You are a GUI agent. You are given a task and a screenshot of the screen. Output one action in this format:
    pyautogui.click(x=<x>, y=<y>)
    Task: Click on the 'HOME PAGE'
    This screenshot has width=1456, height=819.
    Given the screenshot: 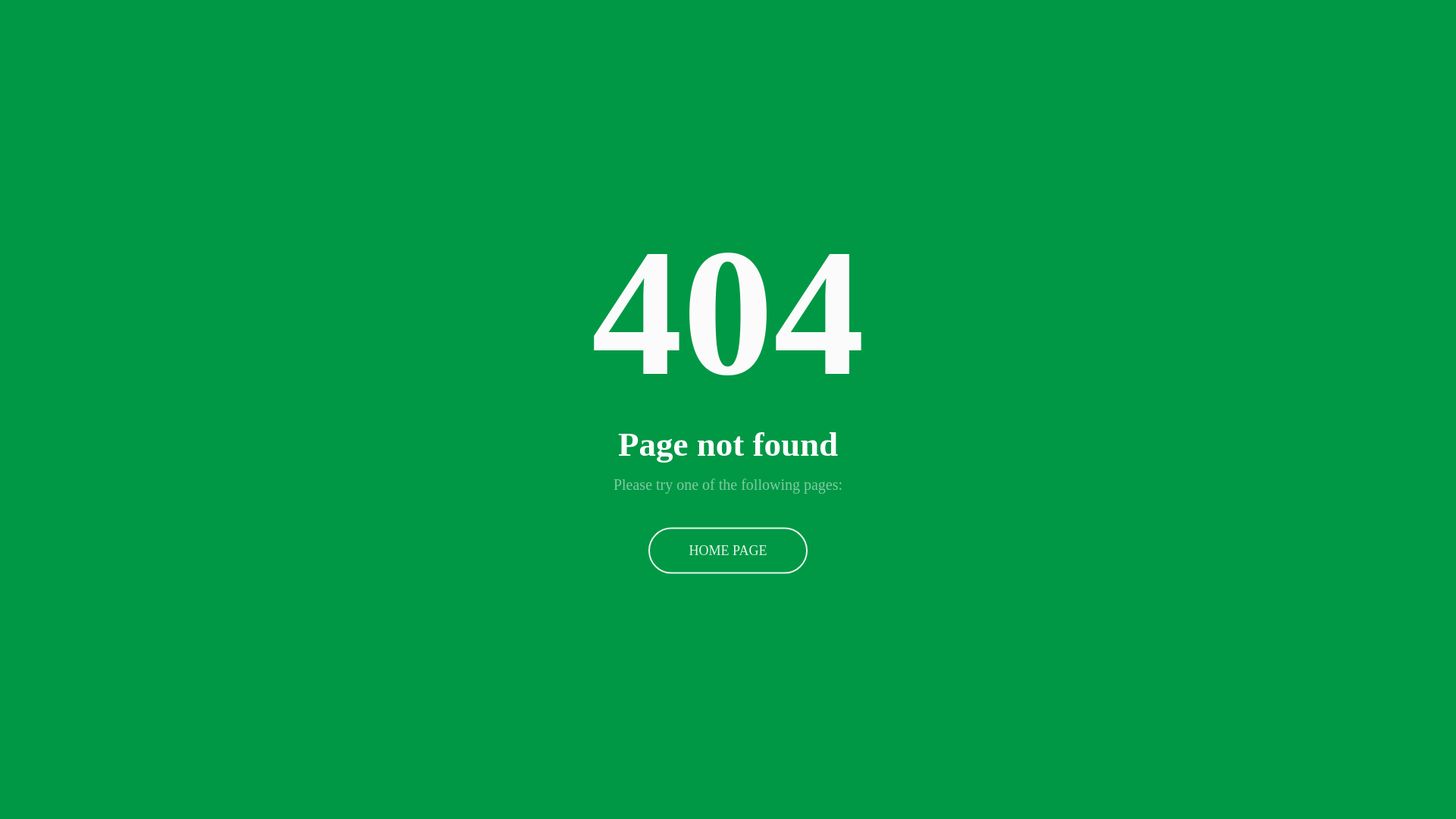 What is the action you would take?
    pyautogui.click(x=728, y=550)
    